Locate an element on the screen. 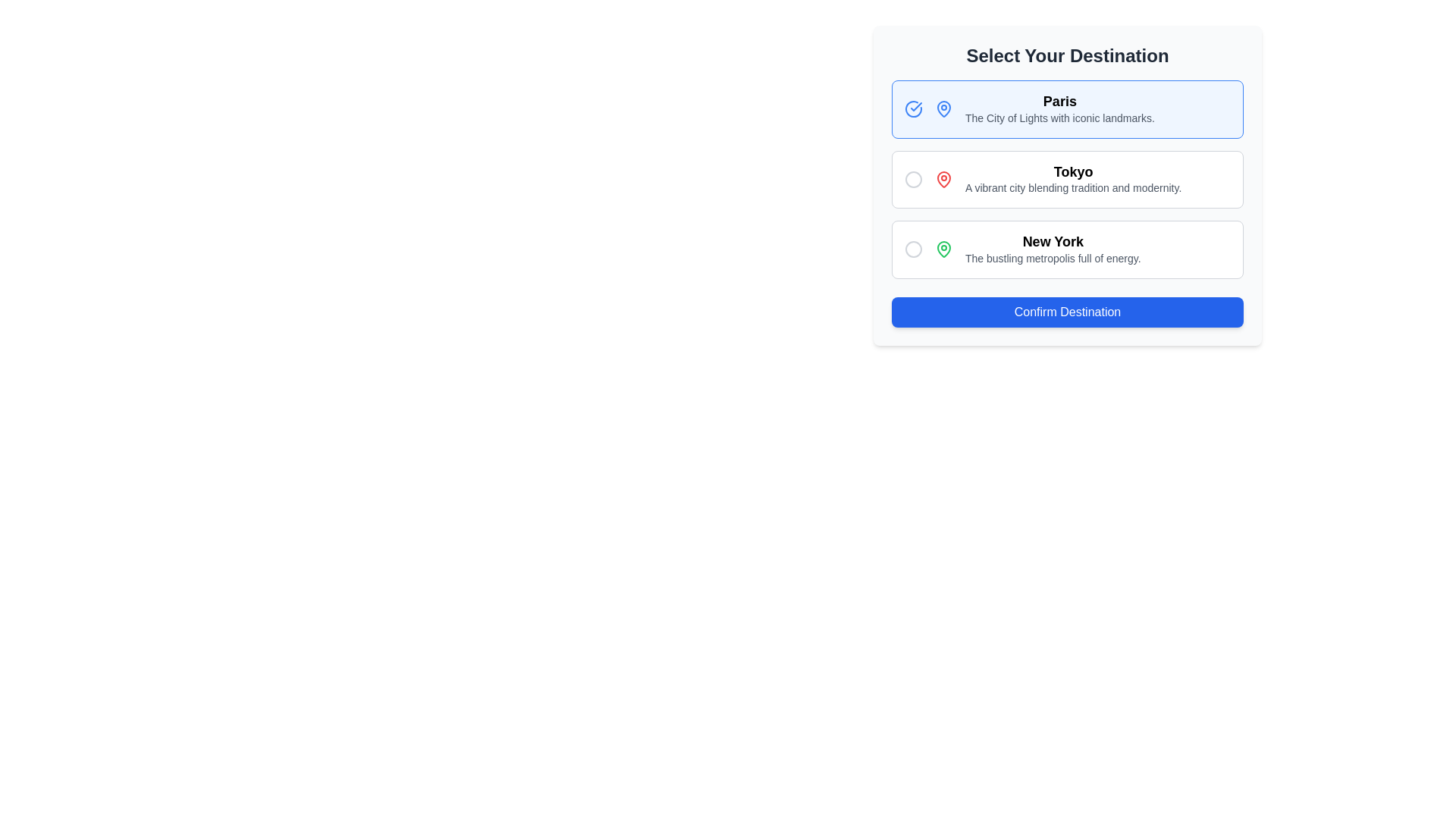 The width and height of the screenshot is (1456, 819). the second radio button indicator for the 'Tokyo' destination option using keyboard navigation is located at coordinates (912, 178).